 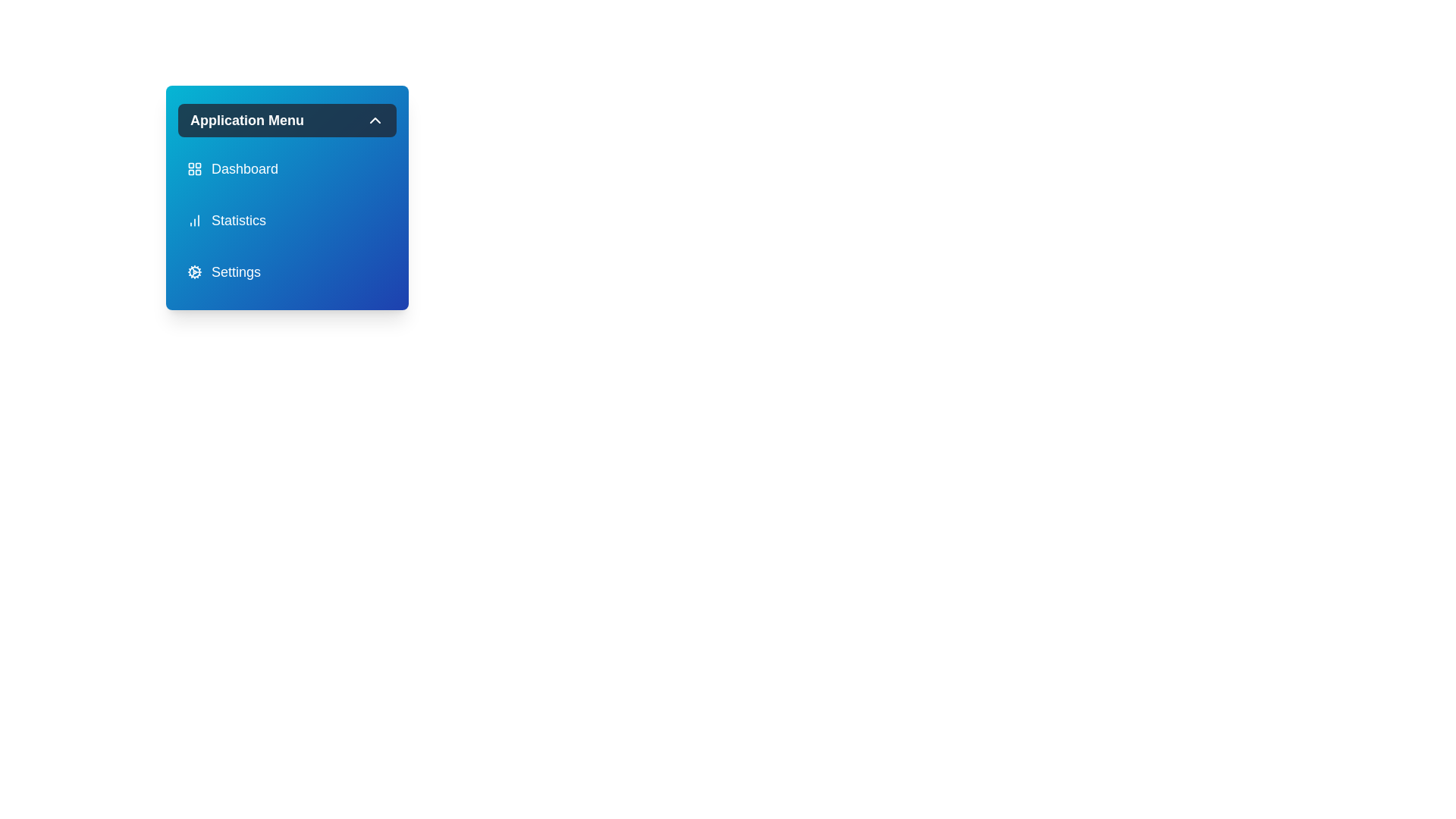 What do you see at coordinates (287, 271) in the screenshot?
I see `the menu item Settings to highlight it` at bounding box center [287, 271].